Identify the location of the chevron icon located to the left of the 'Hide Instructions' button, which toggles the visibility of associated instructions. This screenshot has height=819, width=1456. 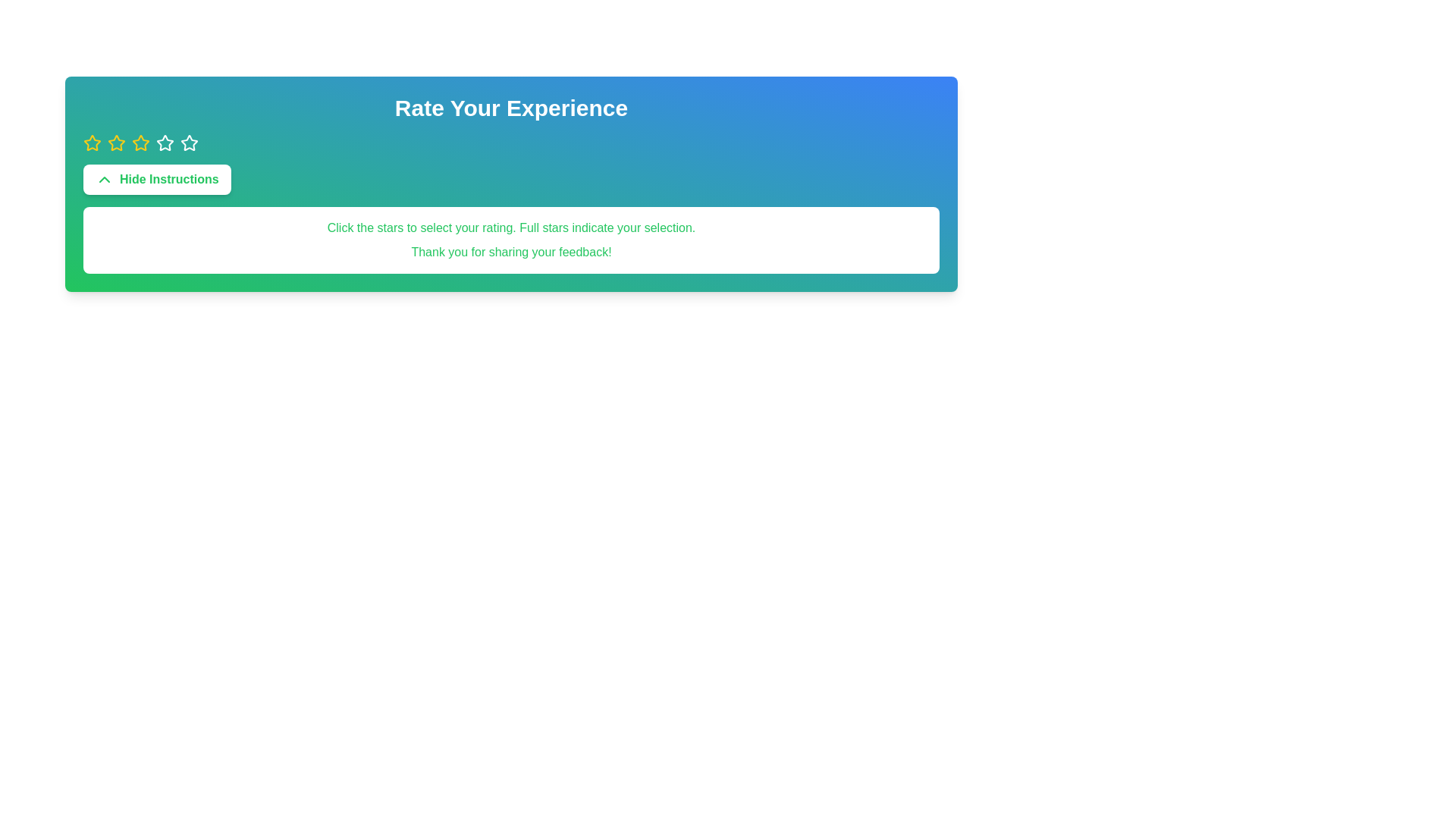
(104, 178).